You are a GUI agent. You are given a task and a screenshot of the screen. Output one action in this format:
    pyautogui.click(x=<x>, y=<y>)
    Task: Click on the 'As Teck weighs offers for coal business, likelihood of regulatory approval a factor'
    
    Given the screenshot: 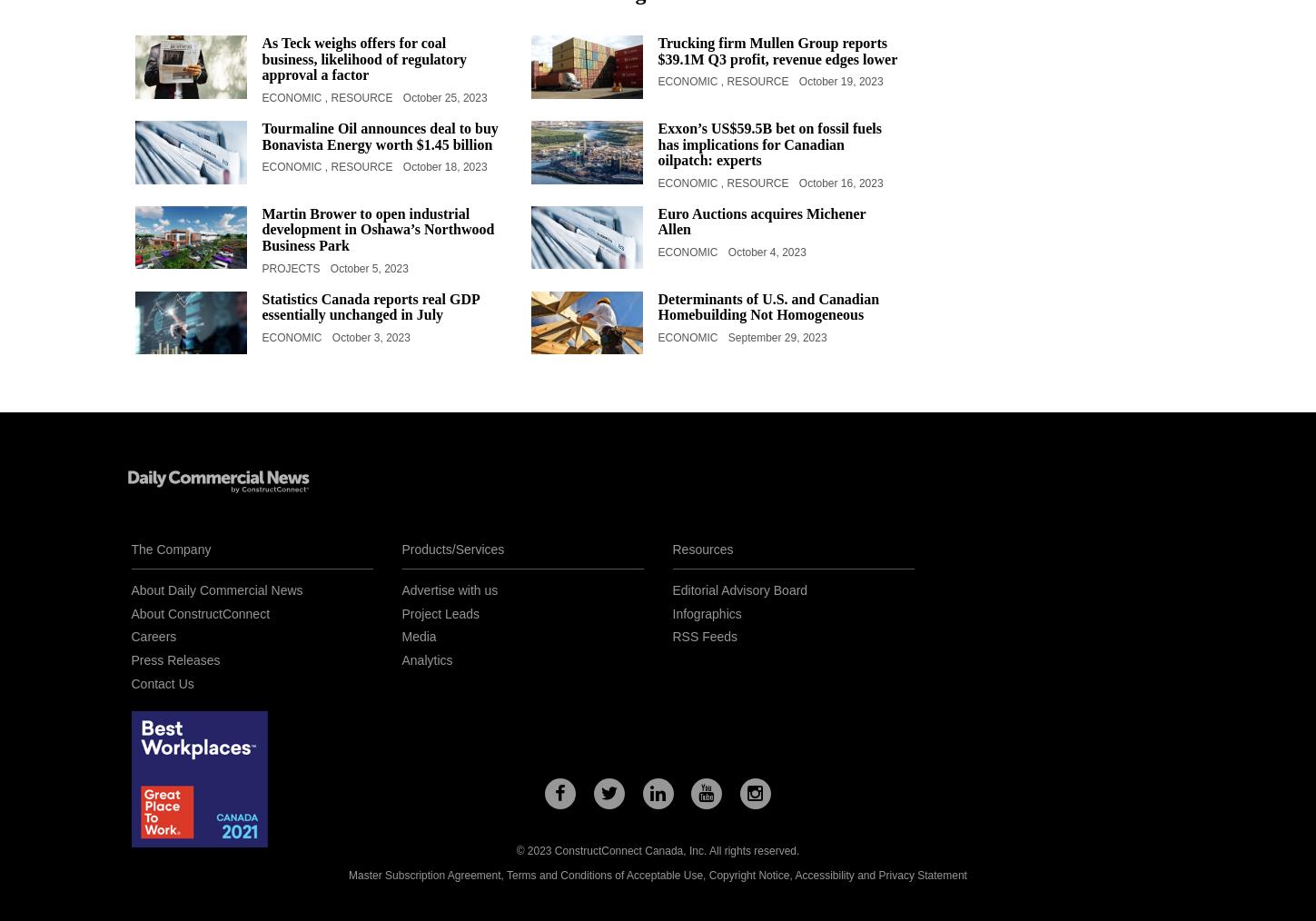 What is the action you would take?
    pyautogui.click(x=362, y=57)
    